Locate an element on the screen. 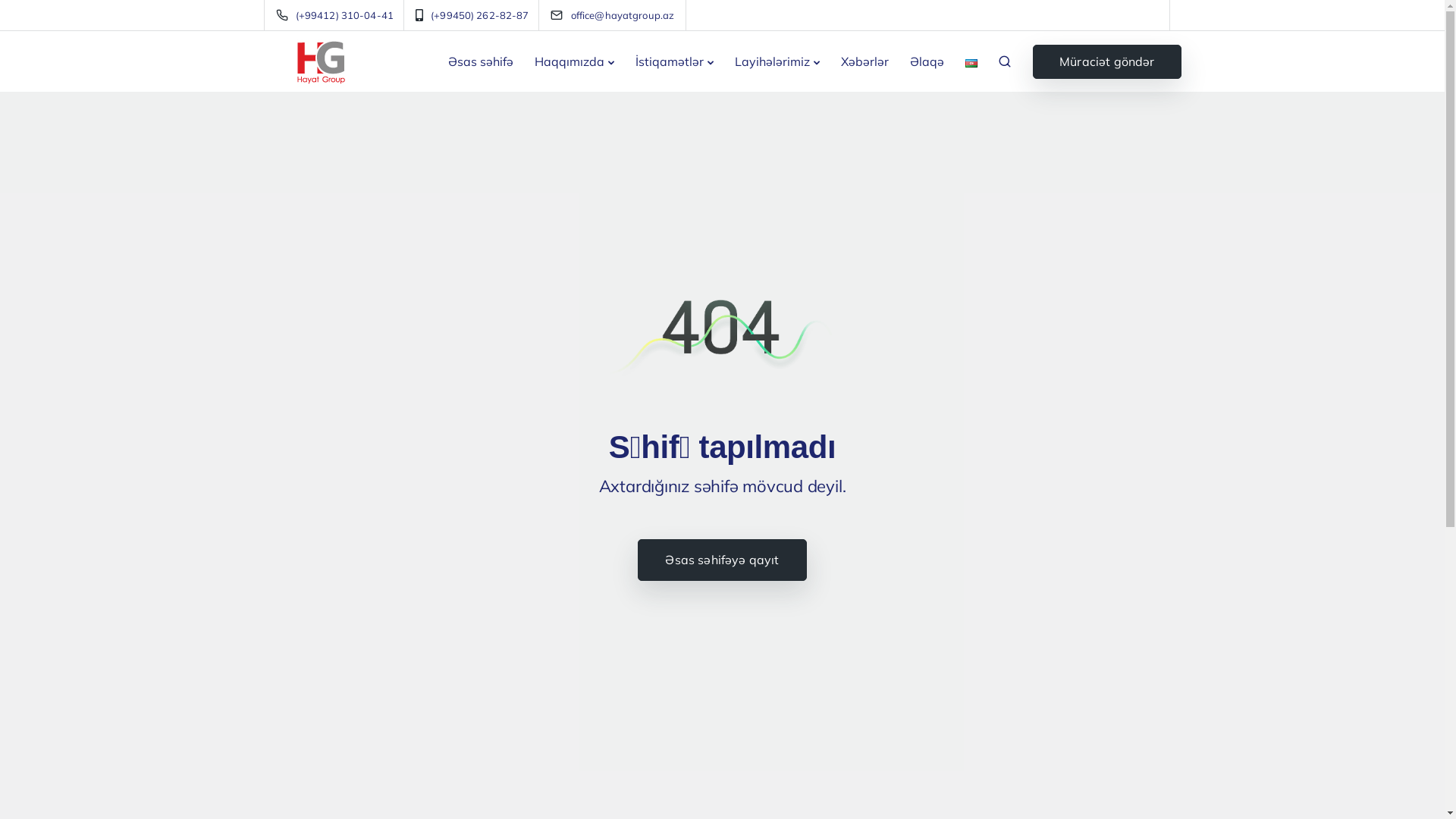 The width and height of the screenshot is (1456, 819). '(+99412) 310-04-41' is located at coordinates (337, 14).